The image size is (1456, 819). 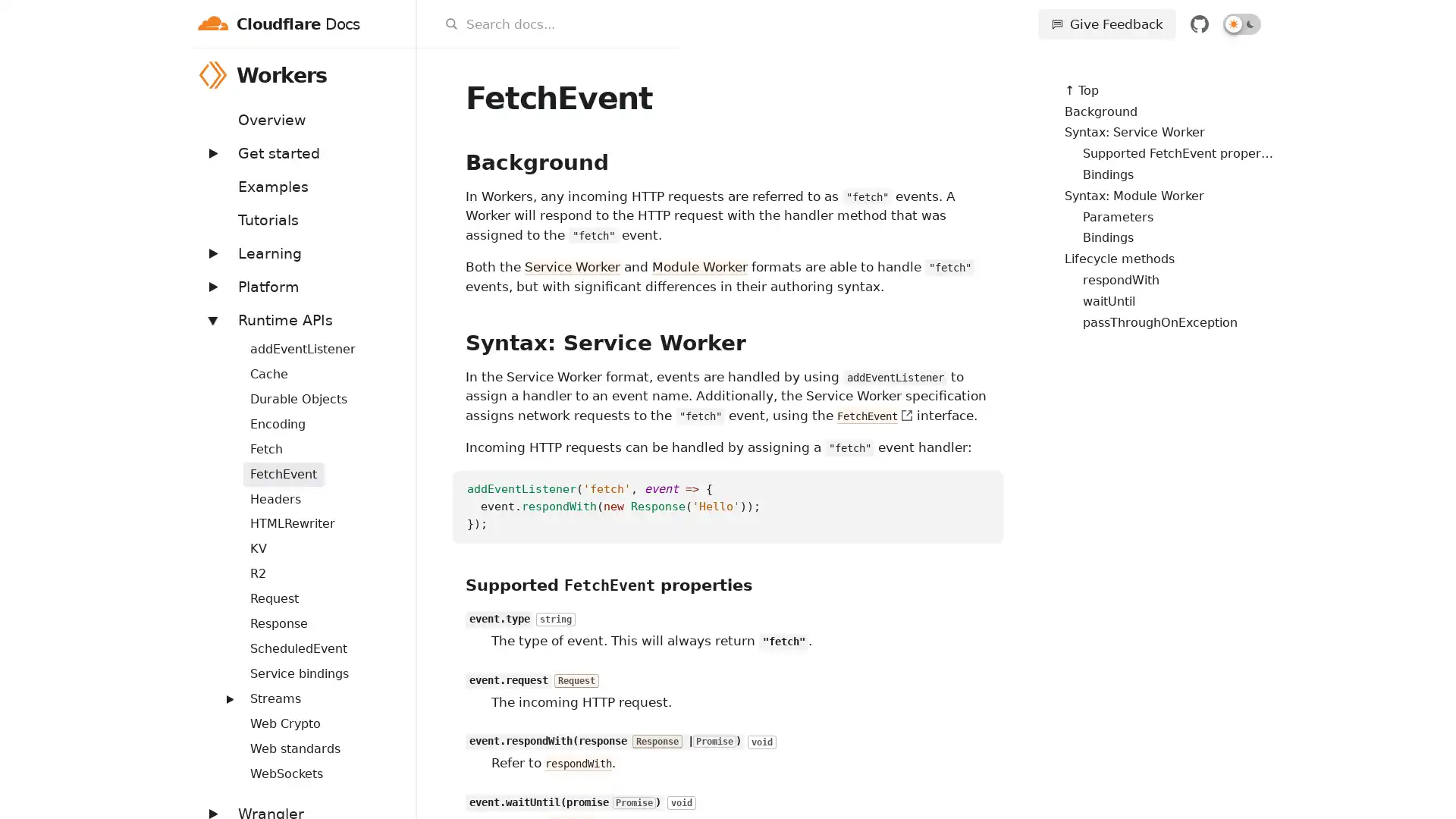 What do you see at coordinates (221, 640) in the screenshot?
I see `Expand: Routing` at bounding box center [221, 640].